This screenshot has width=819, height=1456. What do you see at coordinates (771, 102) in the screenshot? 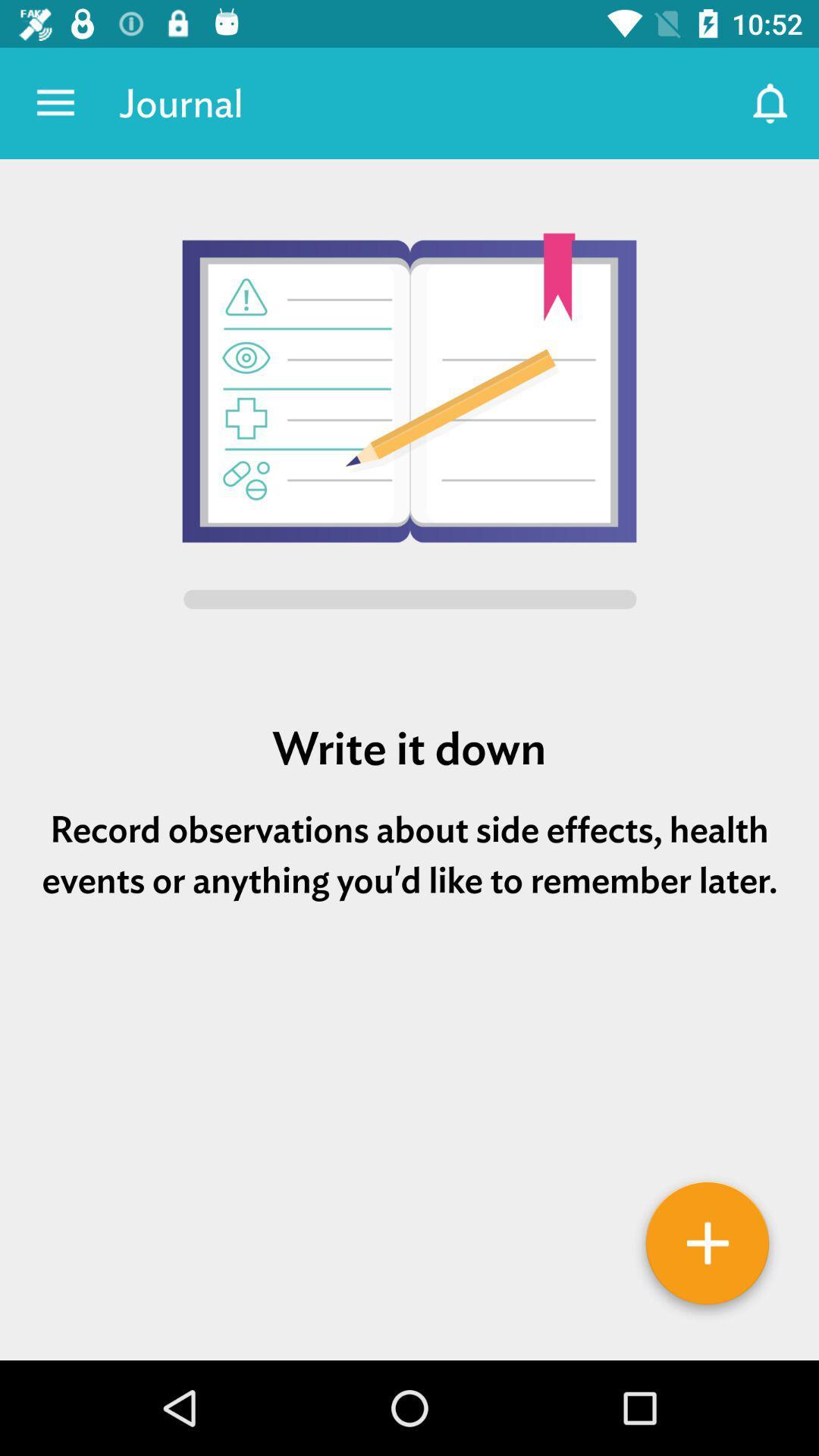
I see `the item next to journal` at bounding box center [771, 102].